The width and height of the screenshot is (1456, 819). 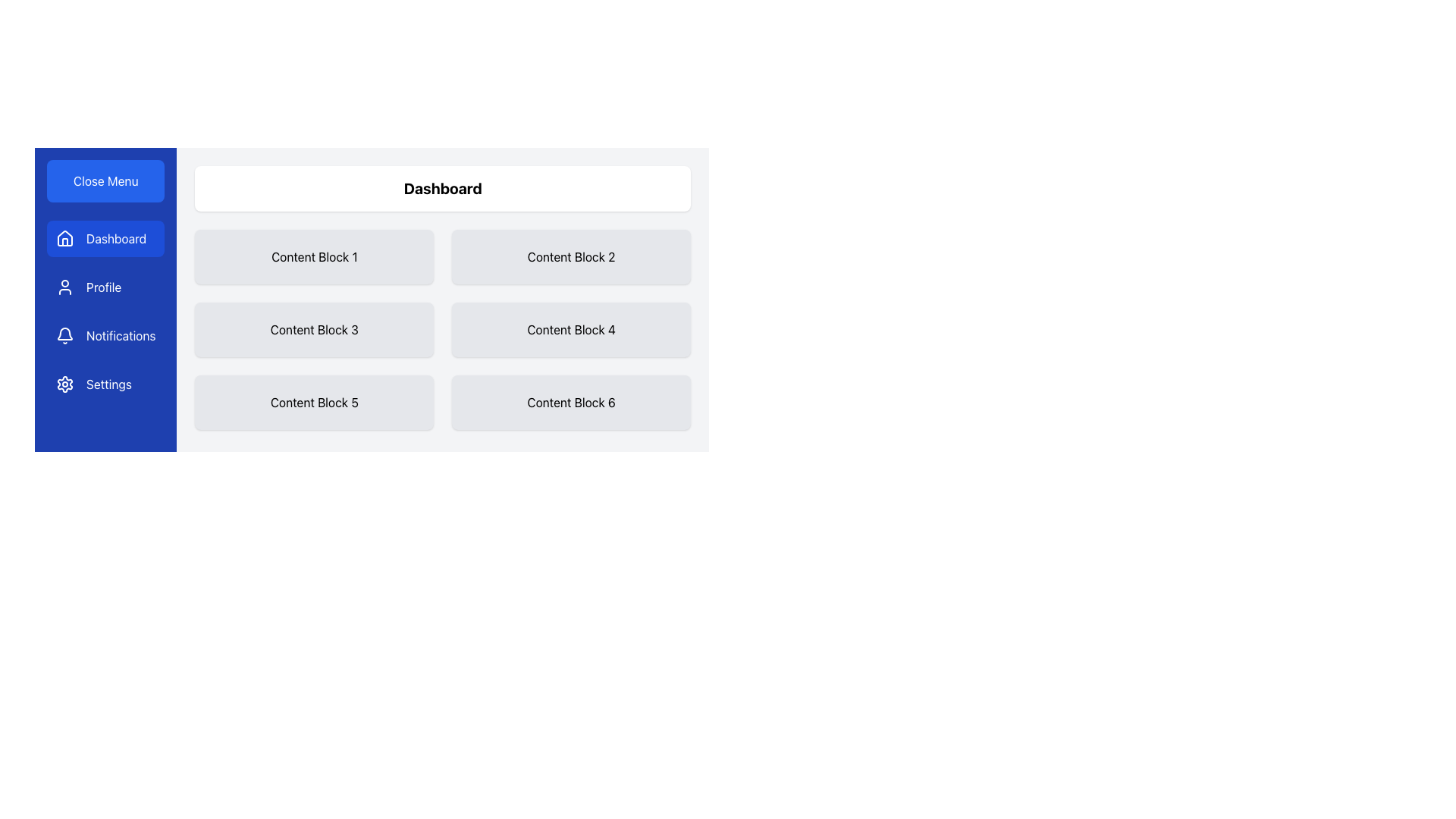 I want to click on the Information Display Block labeled 'Content Block 5', which is a rectangular block with a light gray background and rounded corners, located in the third row and first column of a grid layout, so click(x=313, y=402).